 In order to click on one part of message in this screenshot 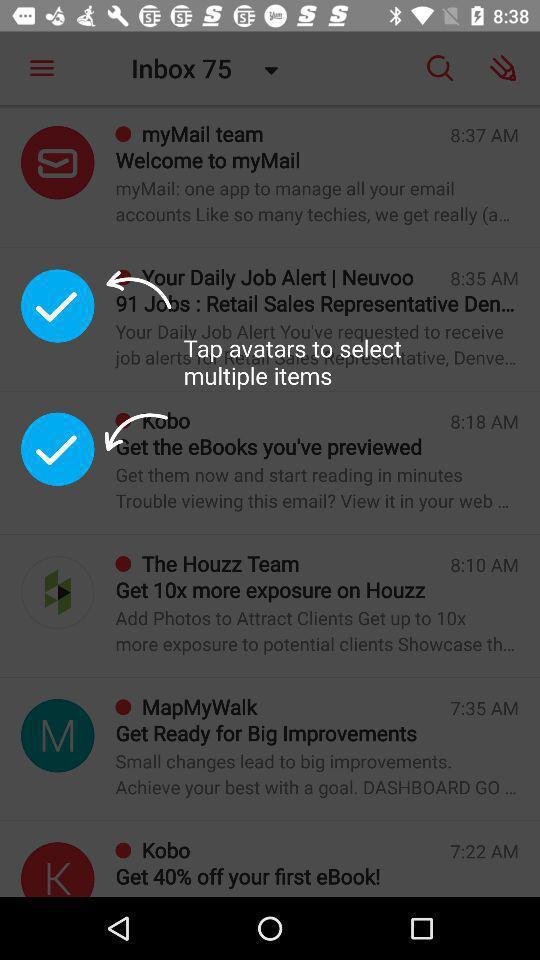, I will do `click(57, 449)`.